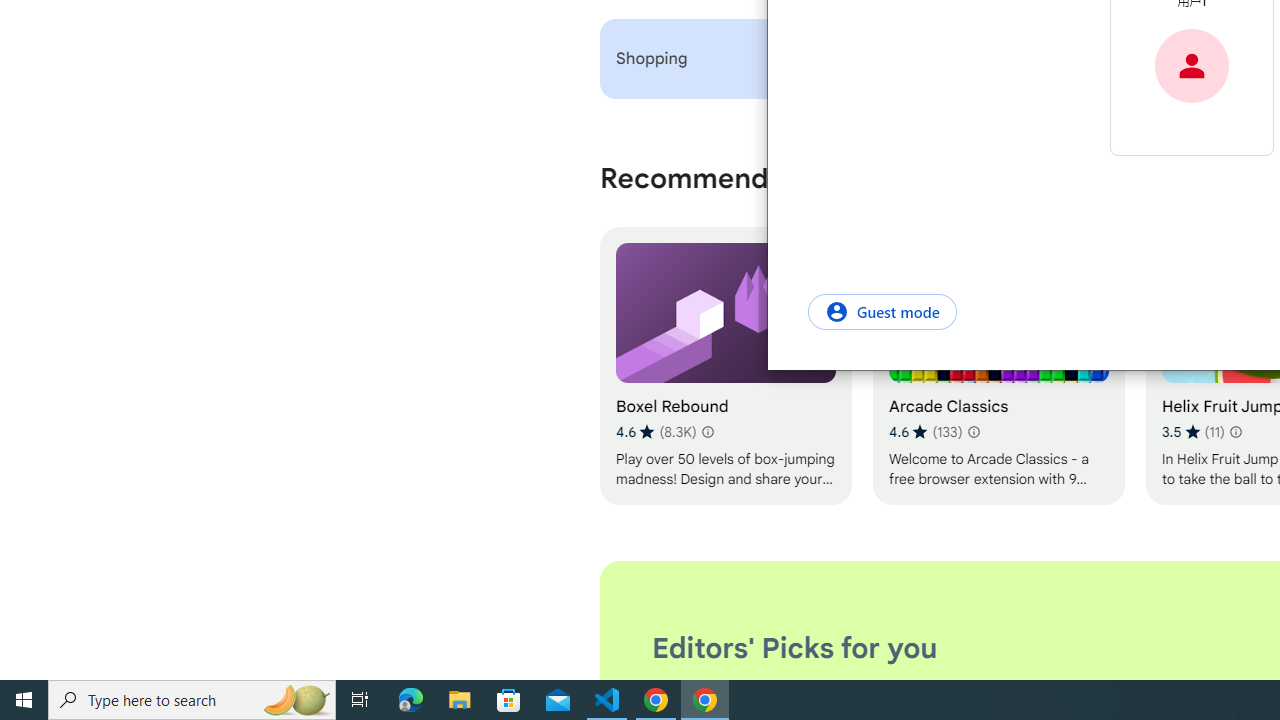 The width and height of the screenshot is (1280, 720). What do you see at coordinates (606, 698) in the screenshot?
I see `'Visual Studio Code - 1 running window'` at bounding box center [606, 698].